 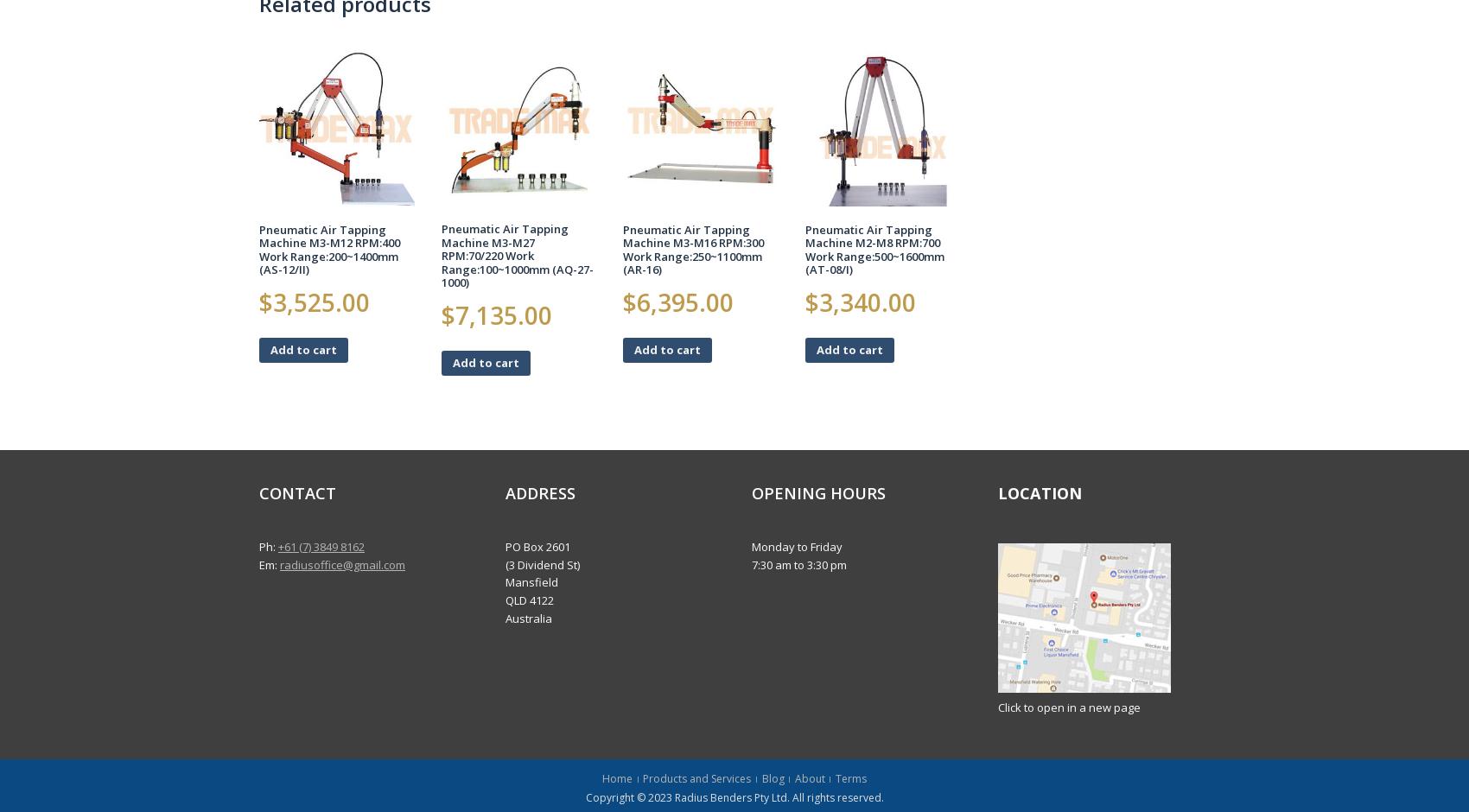 I want to click on 'QLD 4122', so click(x=529, y=599).